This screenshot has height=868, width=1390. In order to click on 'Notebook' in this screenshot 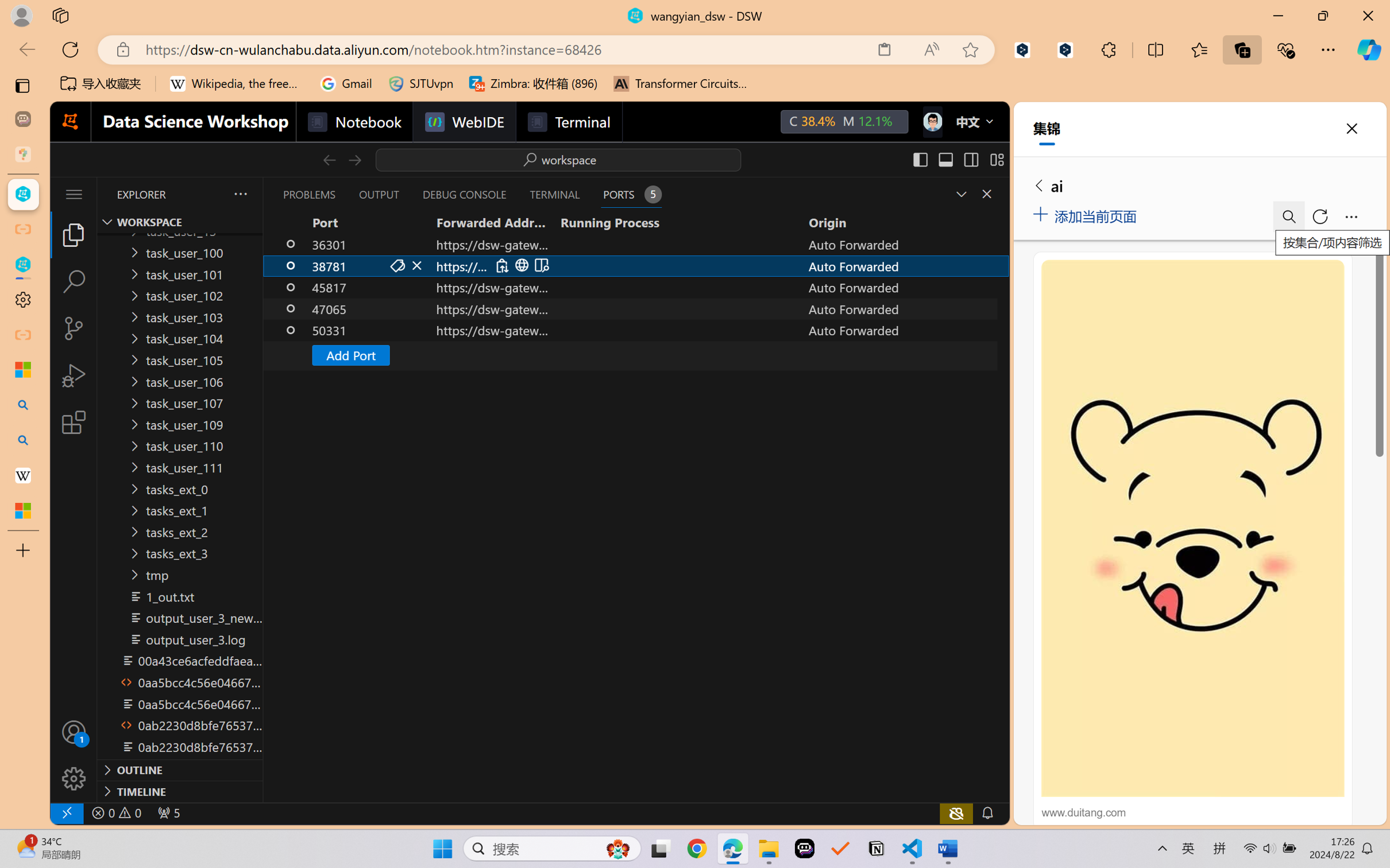, I will do `click(353, 121)`.